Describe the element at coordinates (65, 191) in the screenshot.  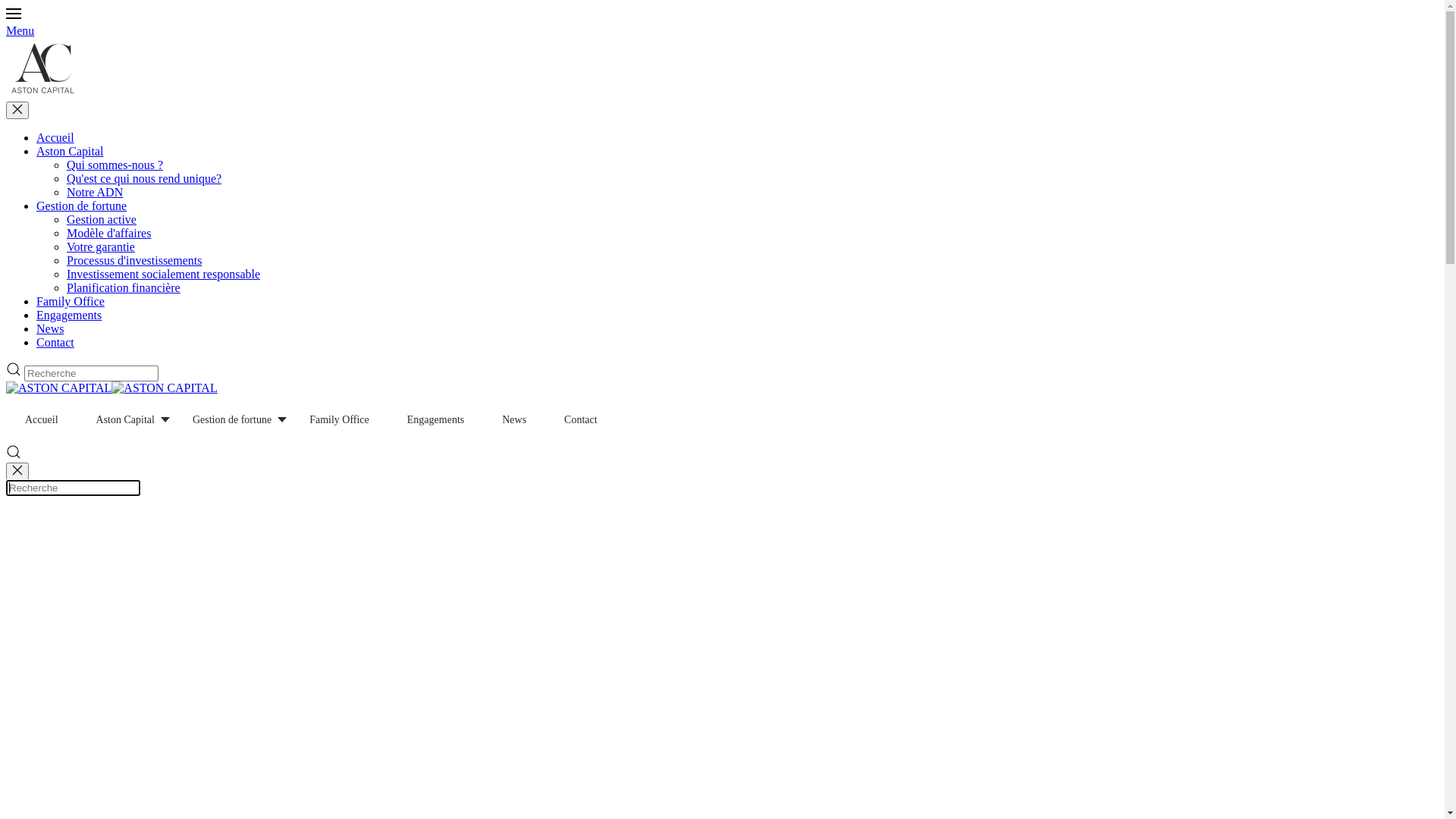
I see `'Notre ADN'` at that location.